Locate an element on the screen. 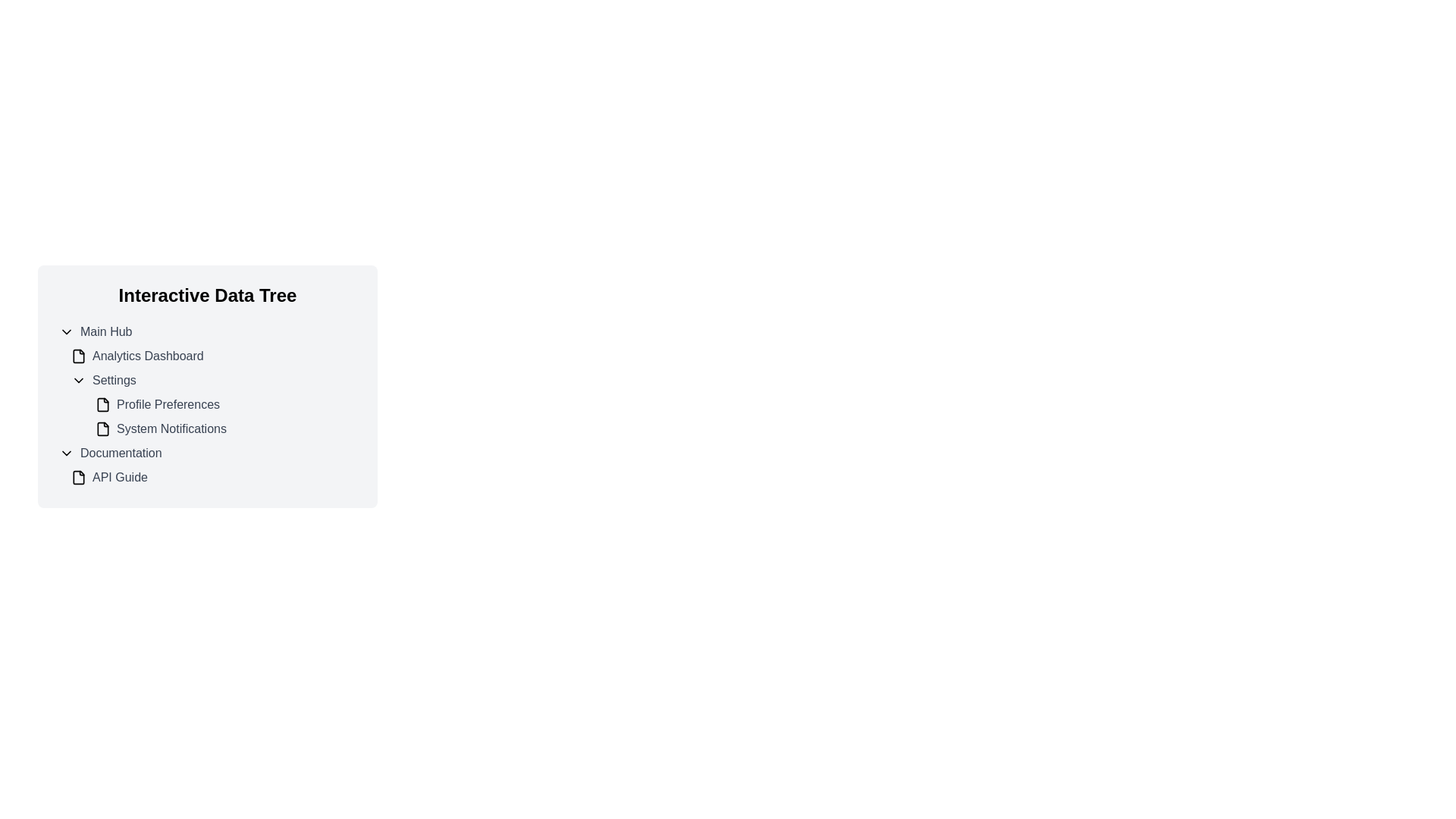  the Text label indicating the settings section, which is the second item in the 'Main Hub' navigation hierarchy, positioned to the right of a downward arrow icon is located at coordinates (113, 379).